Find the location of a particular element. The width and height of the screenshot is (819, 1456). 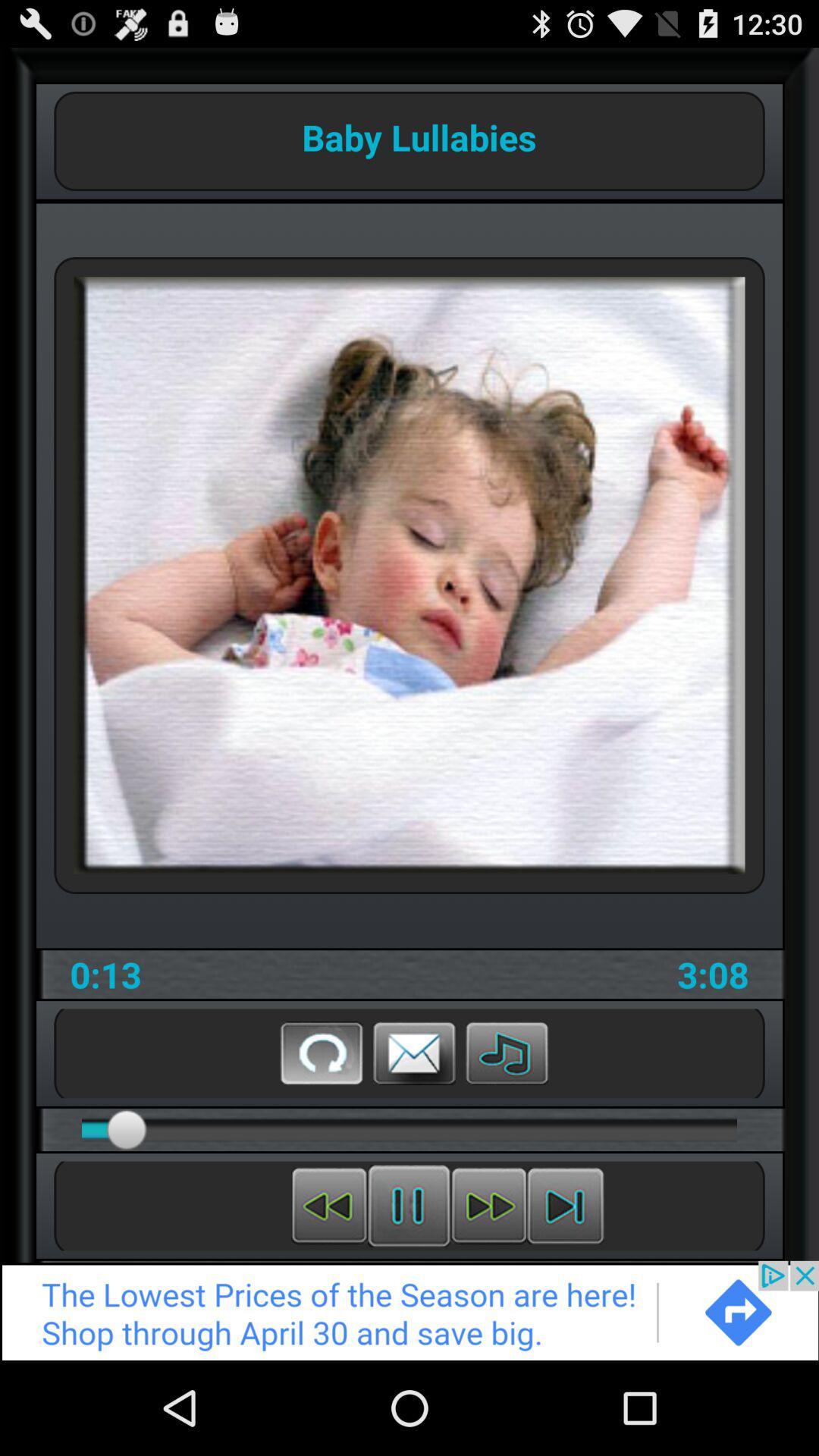

the av_rewind icon is located at coordinates (328, 1290).